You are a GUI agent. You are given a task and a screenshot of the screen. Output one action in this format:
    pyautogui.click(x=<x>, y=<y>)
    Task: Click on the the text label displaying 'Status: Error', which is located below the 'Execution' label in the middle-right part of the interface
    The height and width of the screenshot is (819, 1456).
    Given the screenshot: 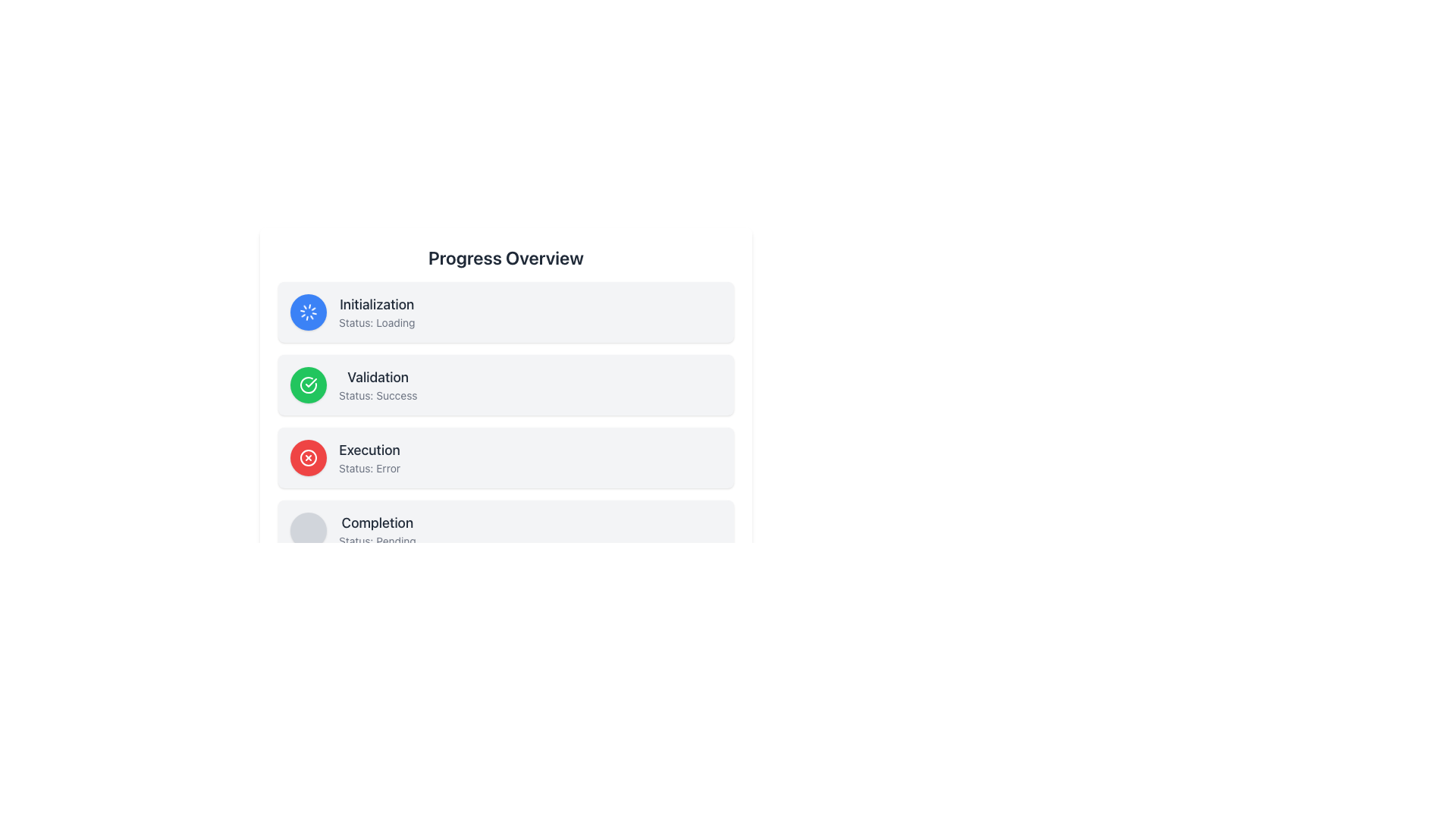 What is the action you would take?
    pyautogui.click(x=369, y=467)
    